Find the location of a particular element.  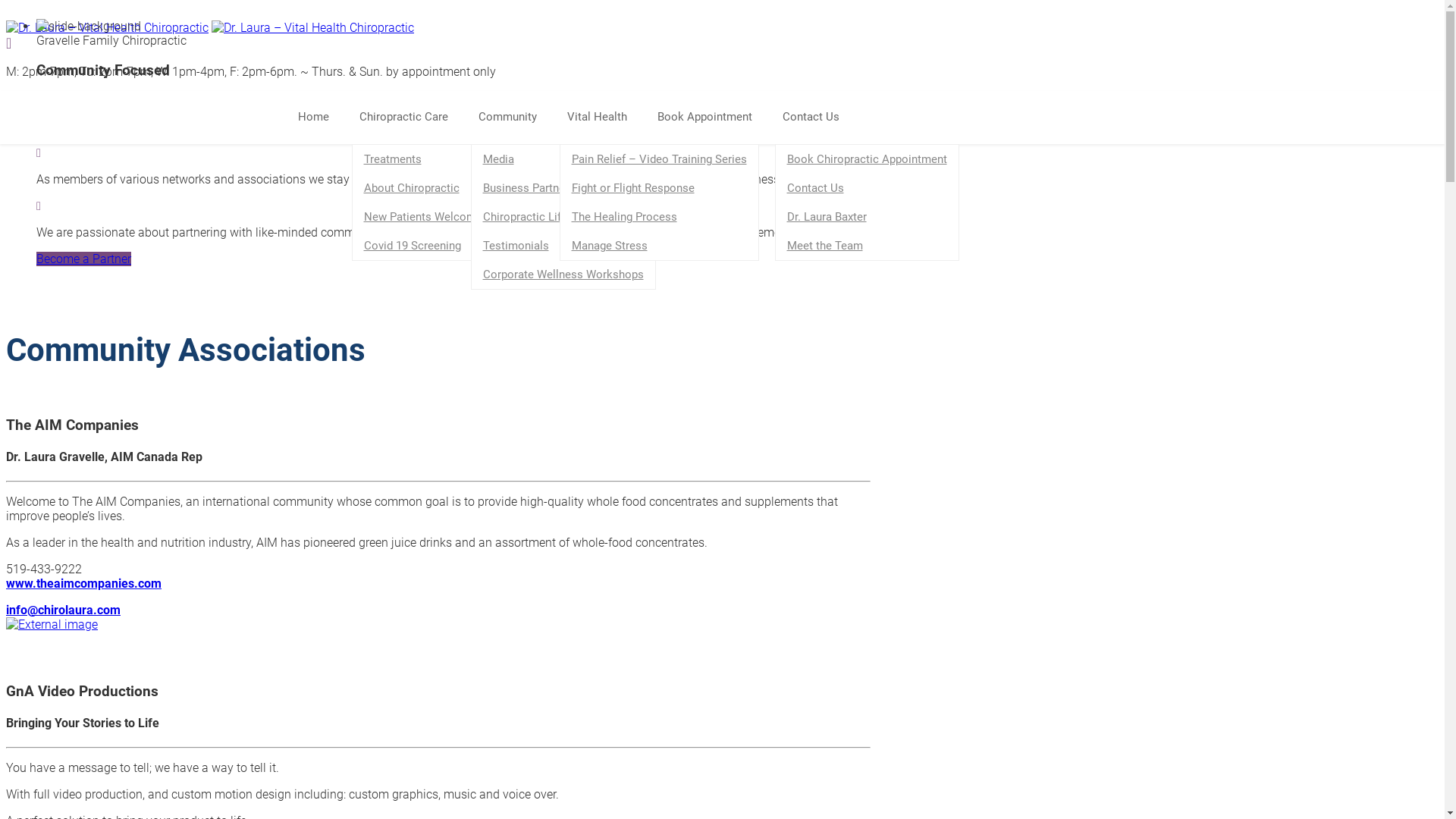

'Testimonials' is located at coordinates (563, 245).